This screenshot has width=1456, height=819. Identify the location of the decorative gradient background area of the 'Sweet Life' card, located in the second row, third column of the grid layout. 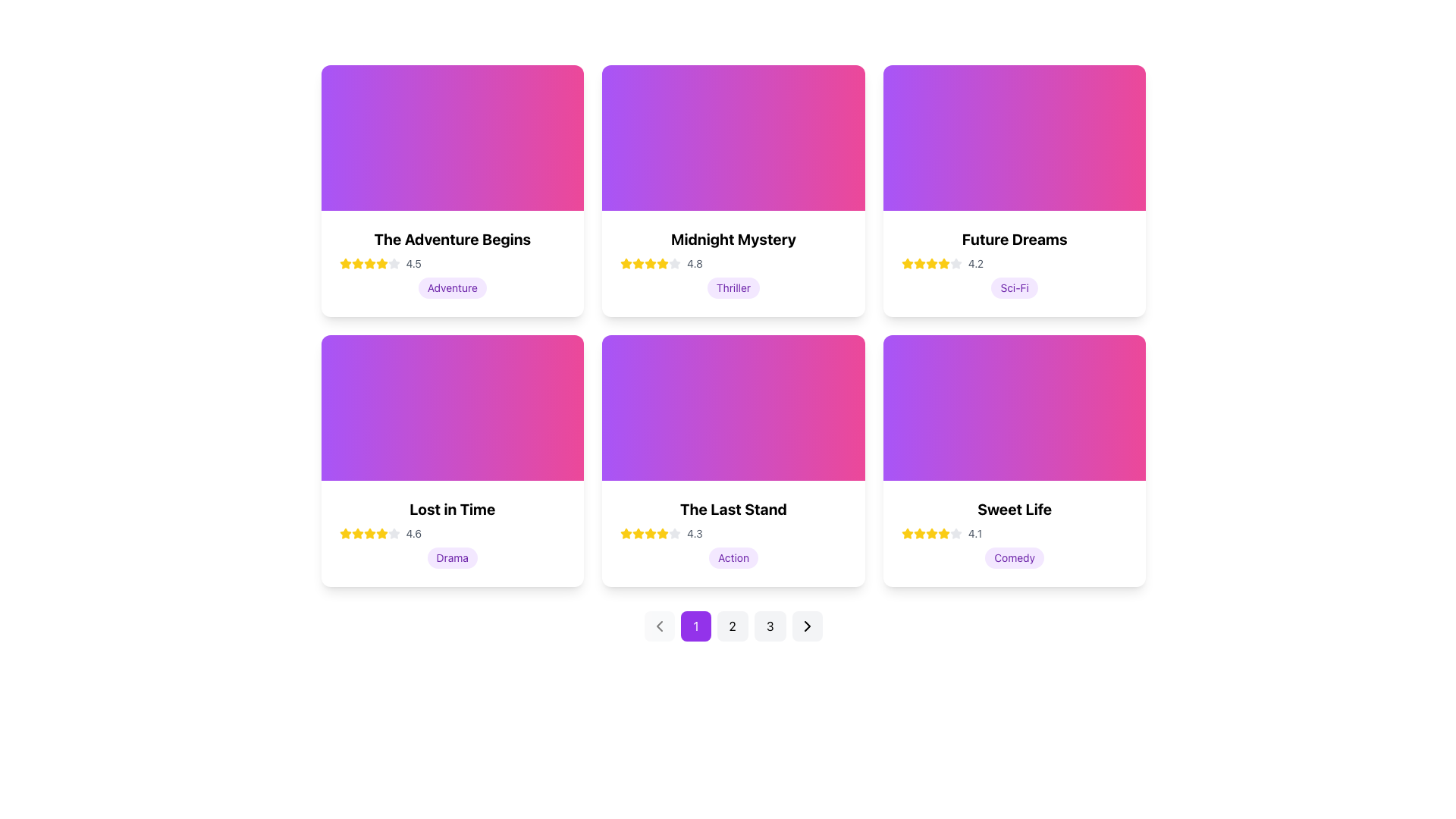
(1015, 406).